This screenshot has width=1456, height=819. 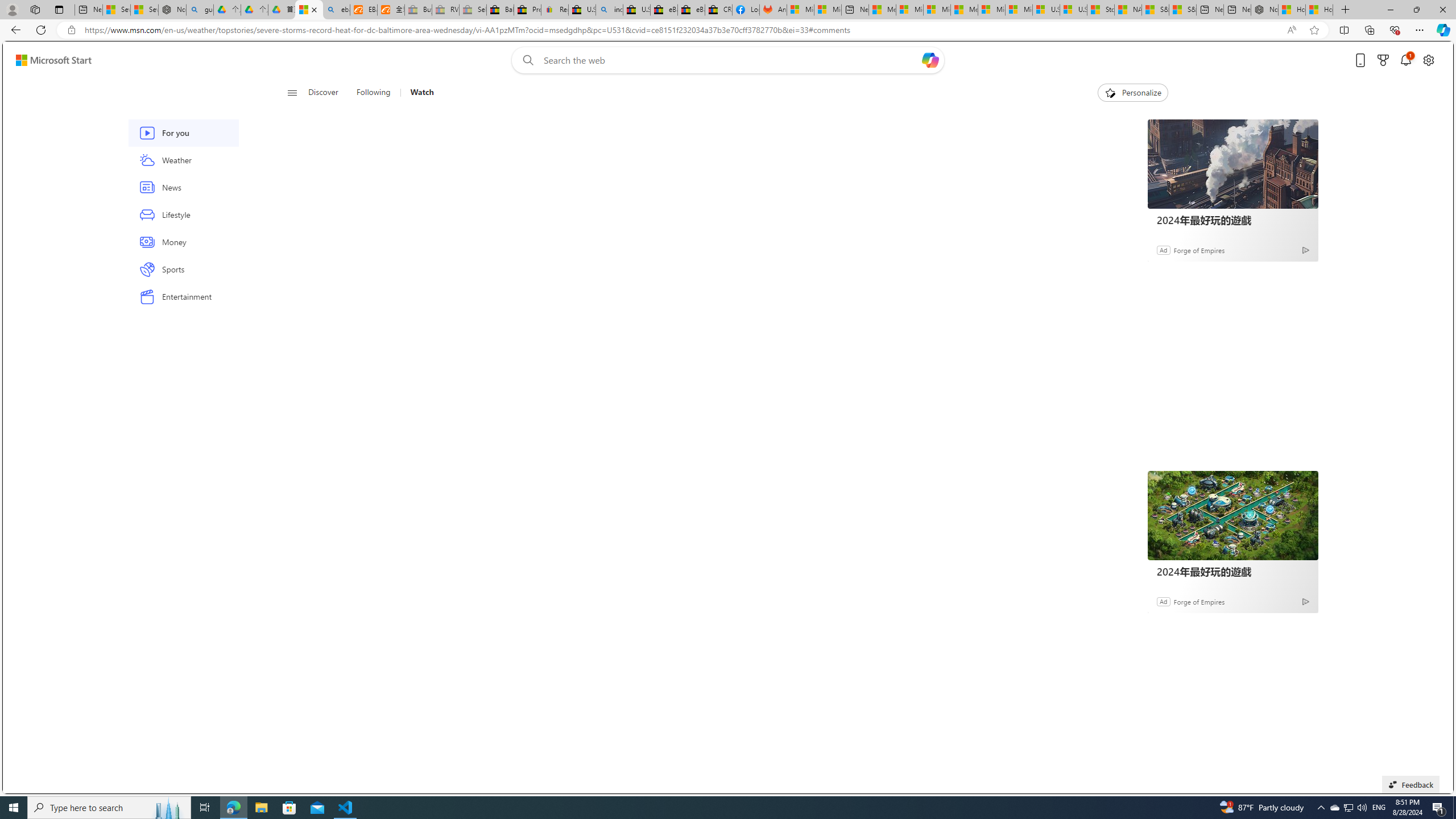 I want to click on 'Sell worldwide with eBay - Sleeping', so click(x=473, y=9).